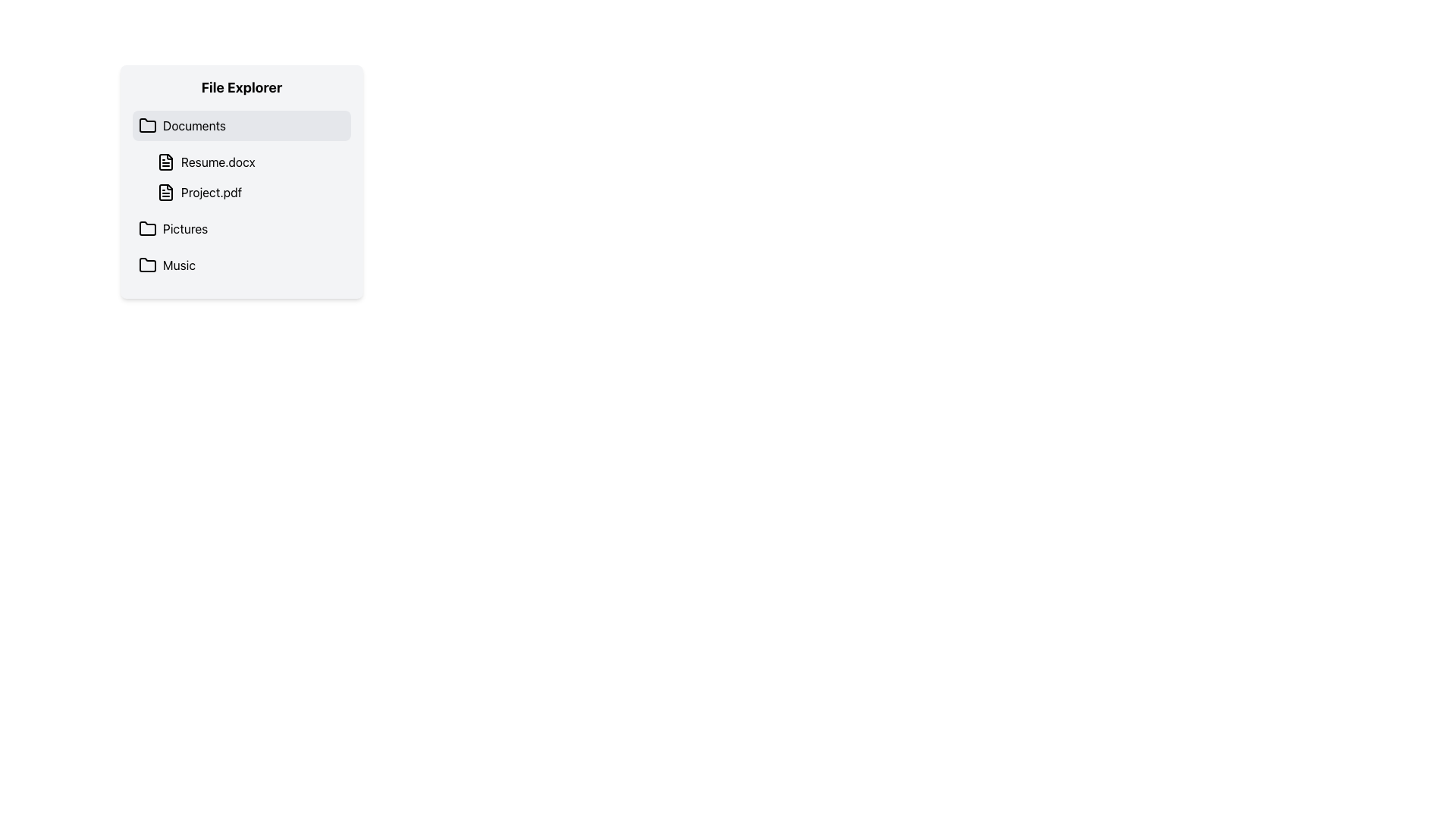  What do you see at coordinates (148, 228) in the screenshot?
I see `the folder icon located to the left of the 'Pictures' text in the File Explorer interface` at bounding box center [148, 228].